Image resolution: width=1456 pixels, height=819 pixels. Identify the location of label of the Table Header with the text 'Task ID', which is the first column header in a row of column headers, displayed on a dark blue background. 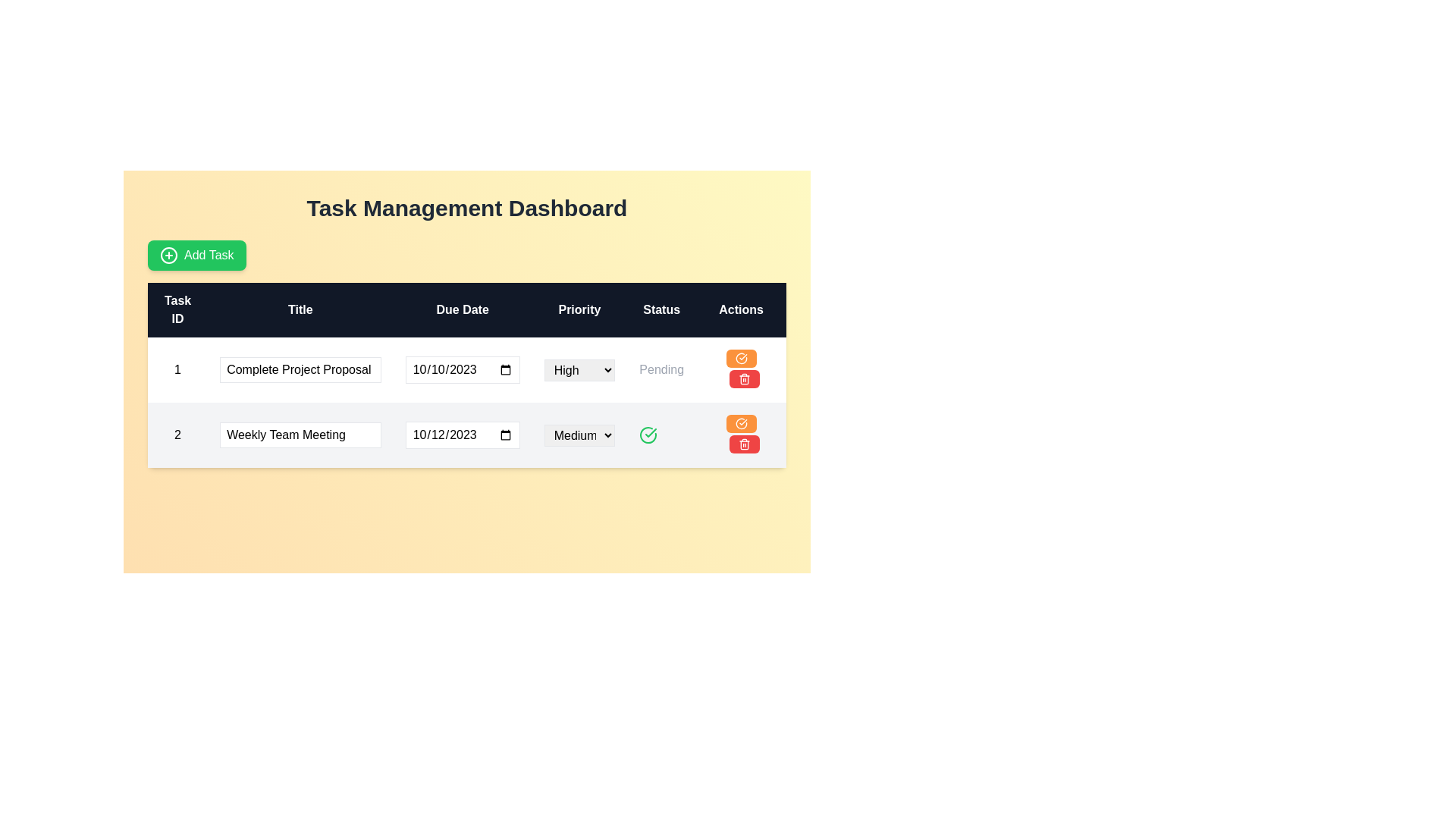
(177, 309).